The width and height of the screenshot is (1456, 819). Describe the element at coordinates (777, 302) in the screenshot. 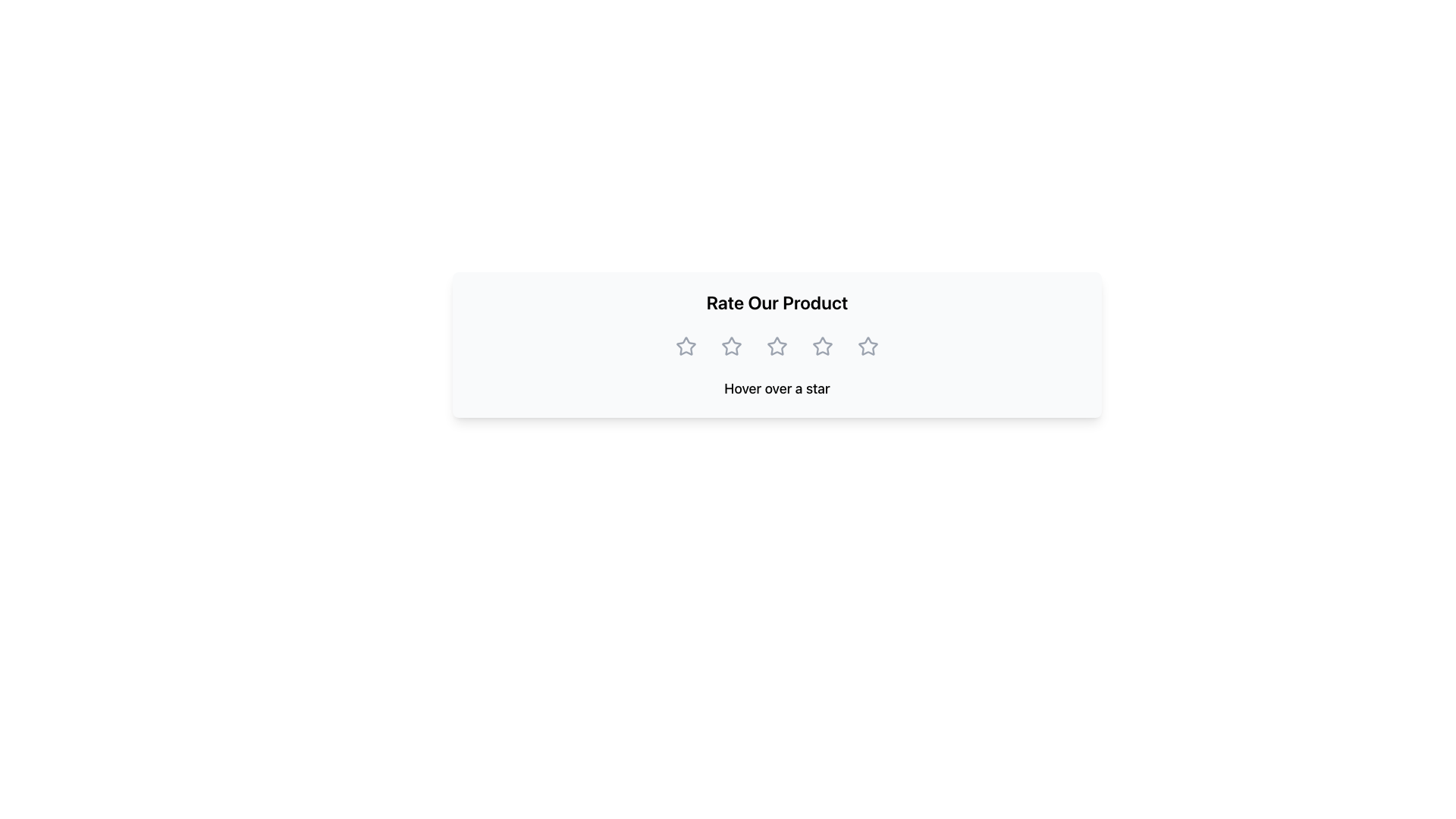

I see `the heading text element that invites users to rate the product, located at the top of a centered white box` at that location.